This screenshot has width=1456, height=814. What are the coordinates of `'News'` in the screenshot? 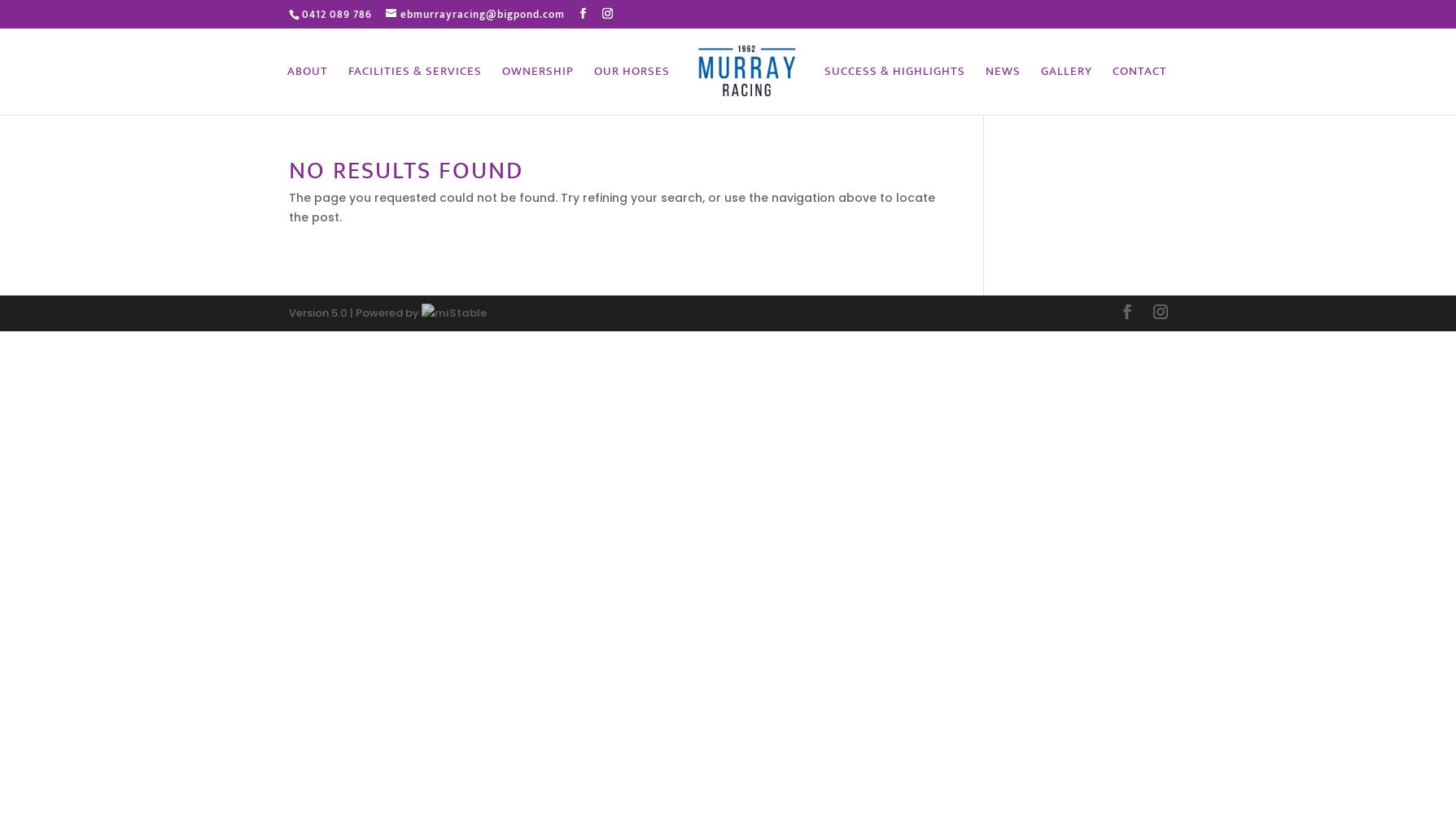 It's located at (1002, 69).